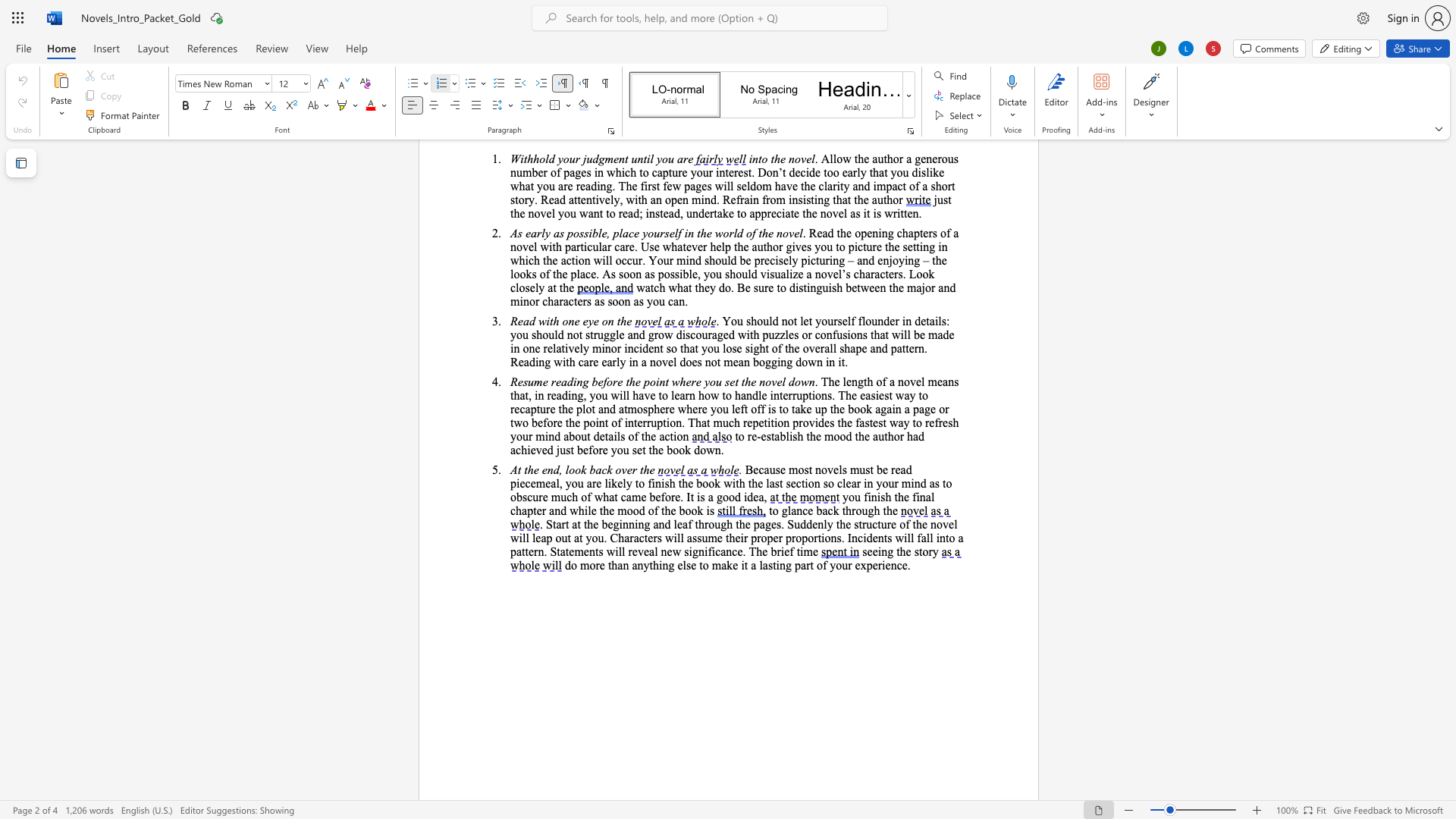  Describe the element at coordinates (571, 469) in the screenshot. I see `the 1th character "o" in the text` at that location.